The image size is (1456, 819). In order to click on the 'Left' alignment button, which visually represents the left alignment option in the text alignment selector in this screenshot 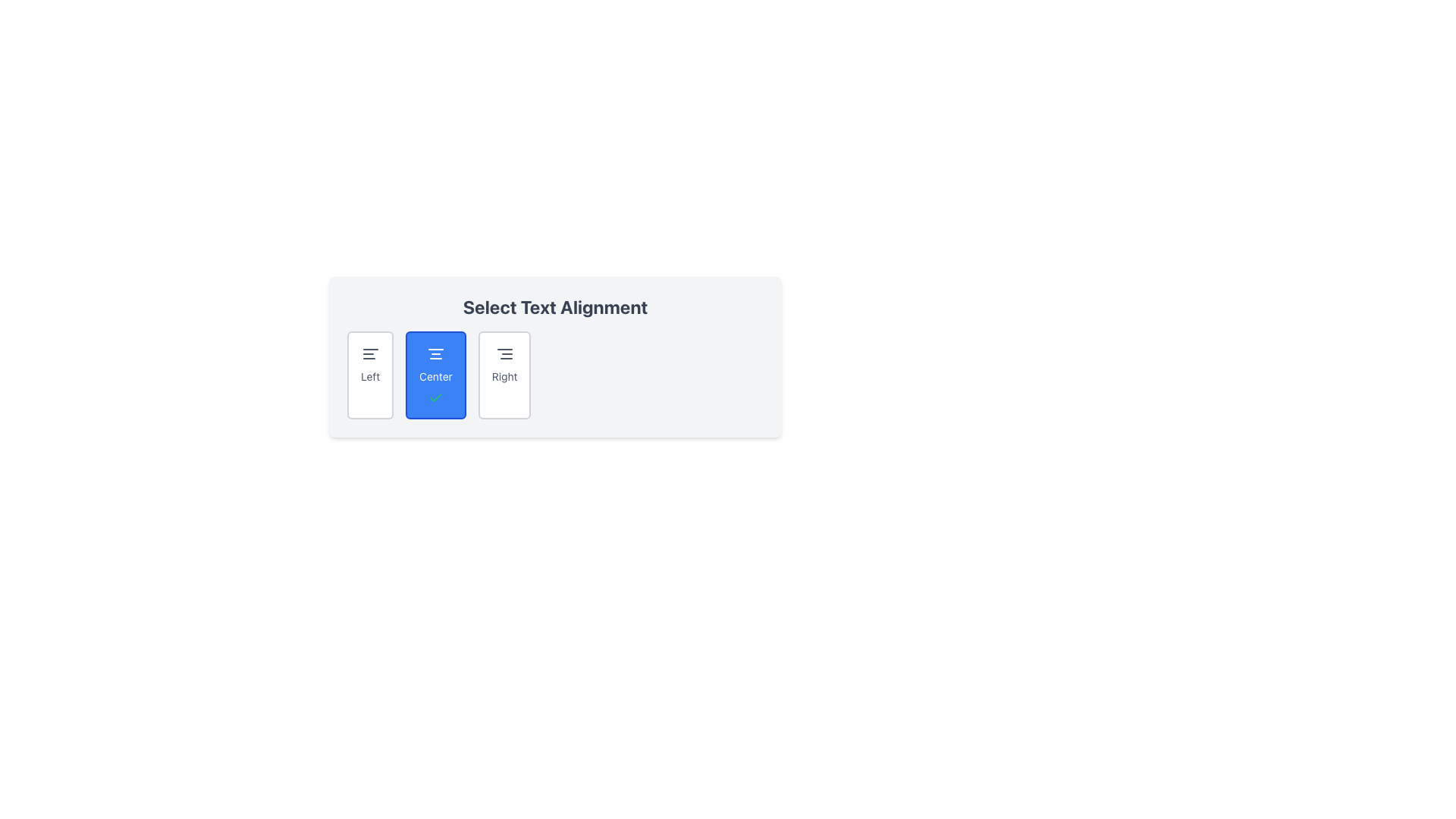, I will do `click(370, 353)`.